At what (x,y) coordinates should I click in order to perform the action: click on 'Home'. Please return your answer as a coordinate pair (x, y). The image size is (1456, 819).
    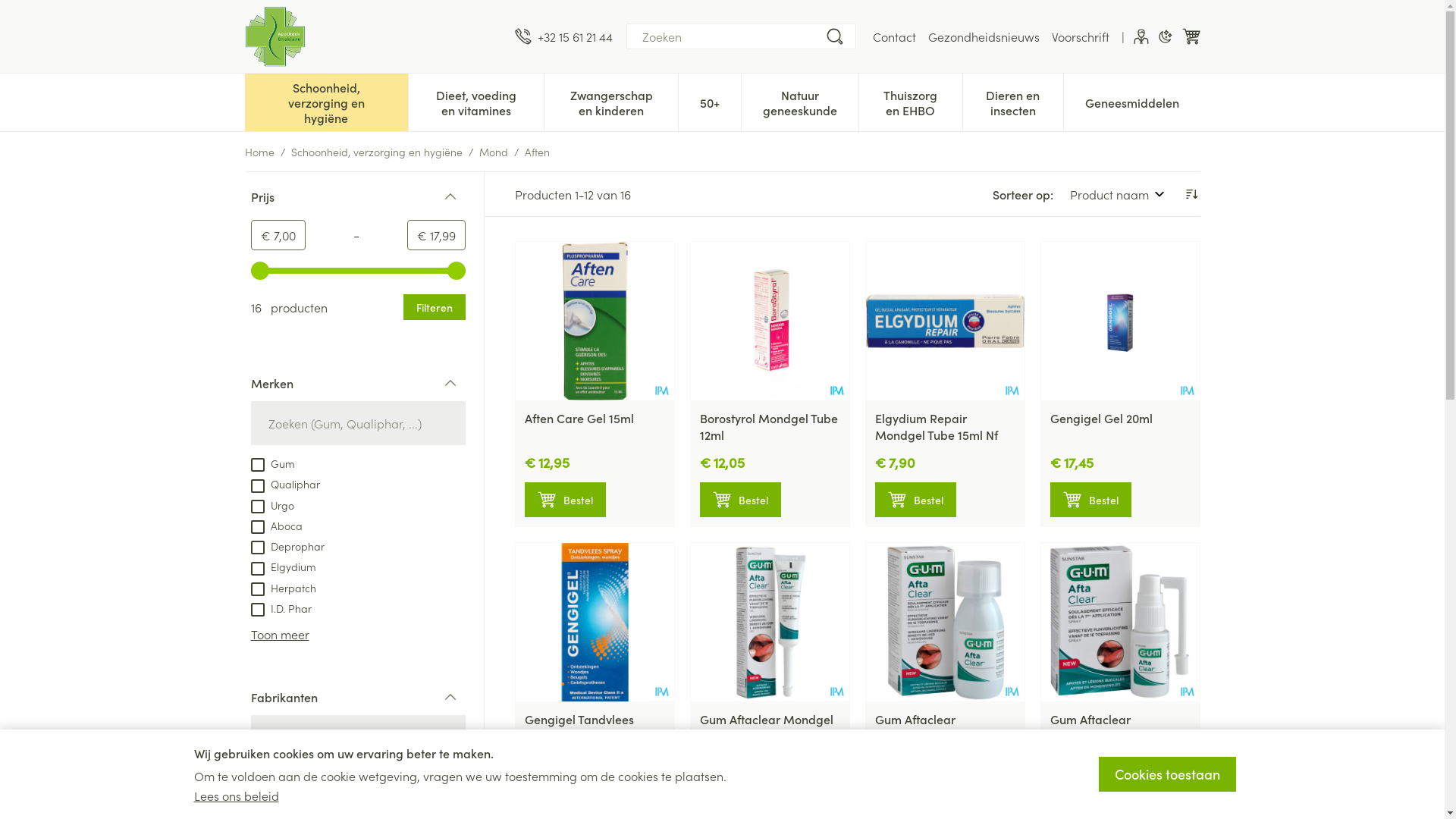
    Looking at the image, I should click on (259, 152).